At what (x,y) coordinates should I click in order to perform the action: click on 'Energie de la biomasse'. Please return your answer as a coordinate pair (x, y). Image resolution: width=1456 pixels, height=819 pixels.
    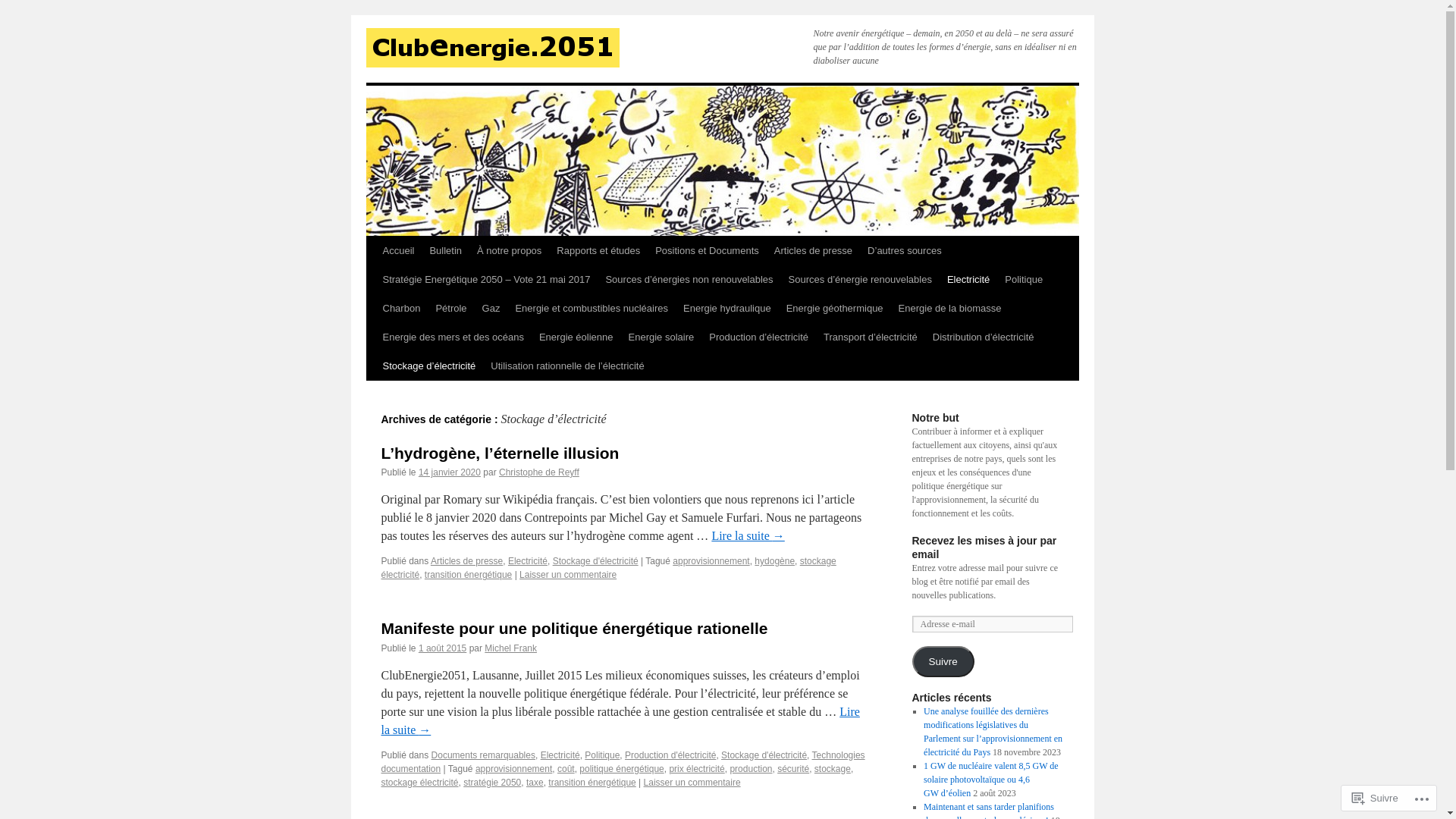
    Looking at the image, I should click on (949, 308).